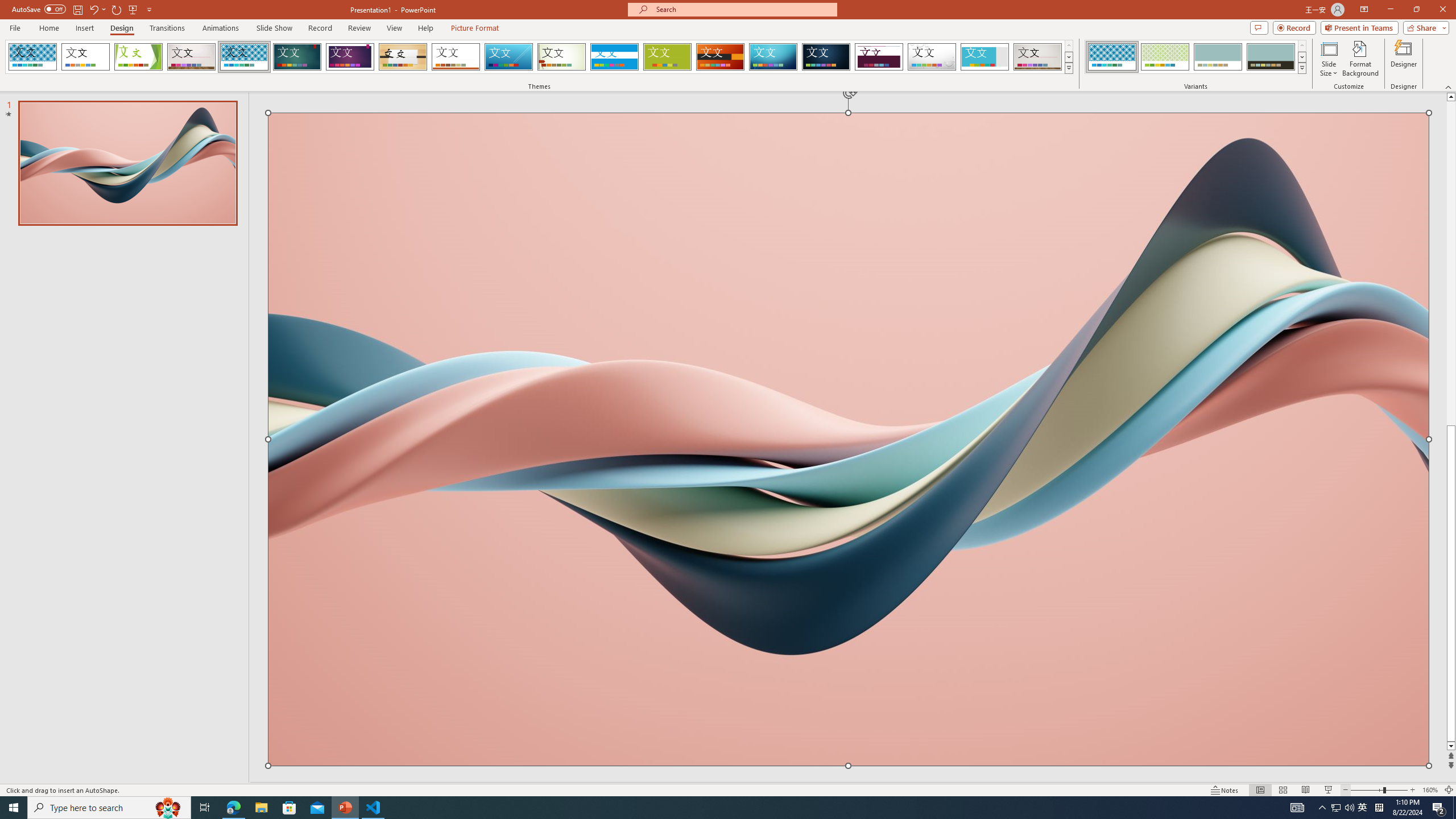 Image resolution: width=1456 pixels, height=819 pixels. Describe the element at coordinates (296, 56) in the screenshot. I see `'Ion'` at that location.